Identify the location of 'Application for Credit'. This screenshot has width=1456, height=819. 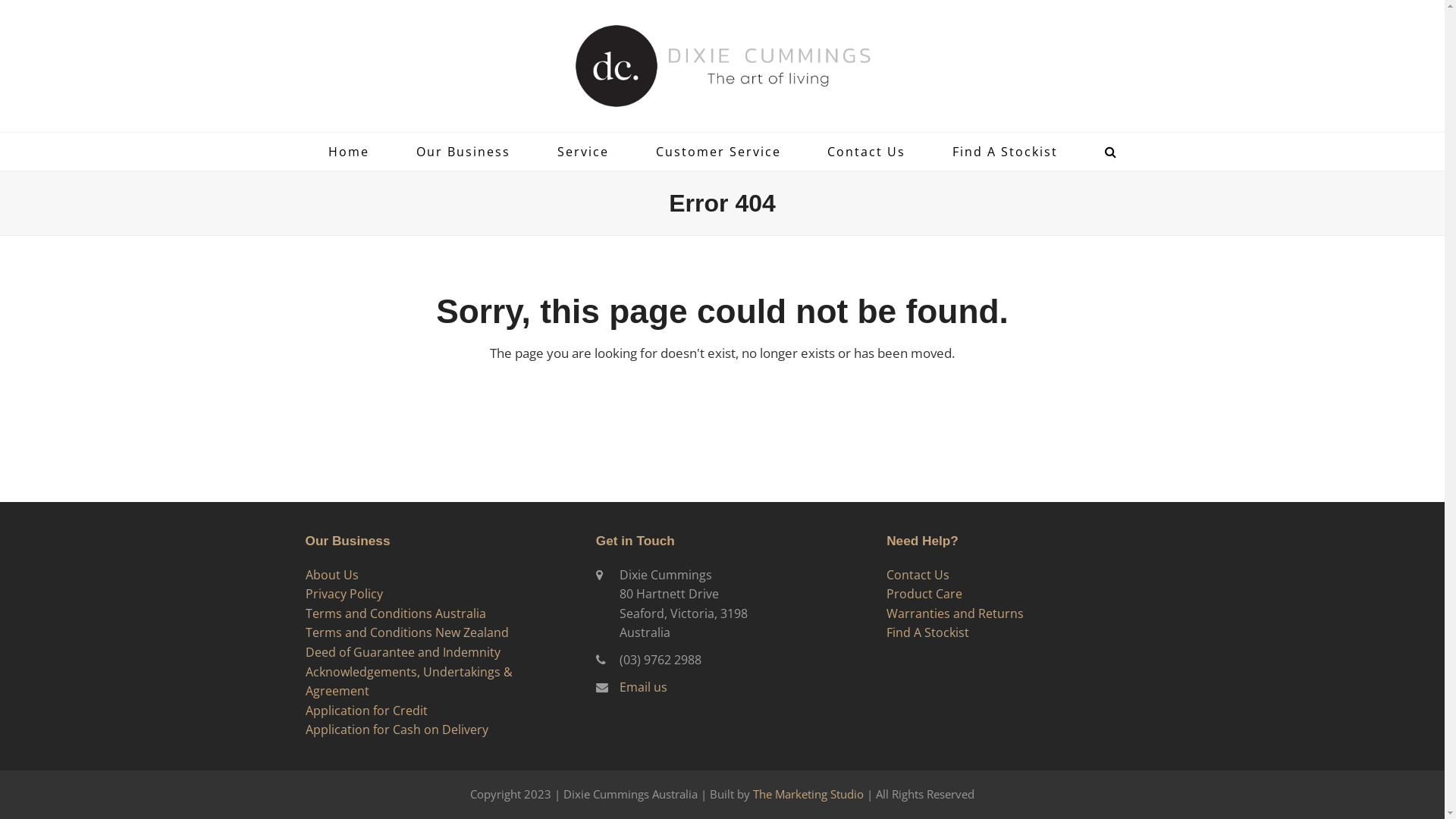
(366, 711).